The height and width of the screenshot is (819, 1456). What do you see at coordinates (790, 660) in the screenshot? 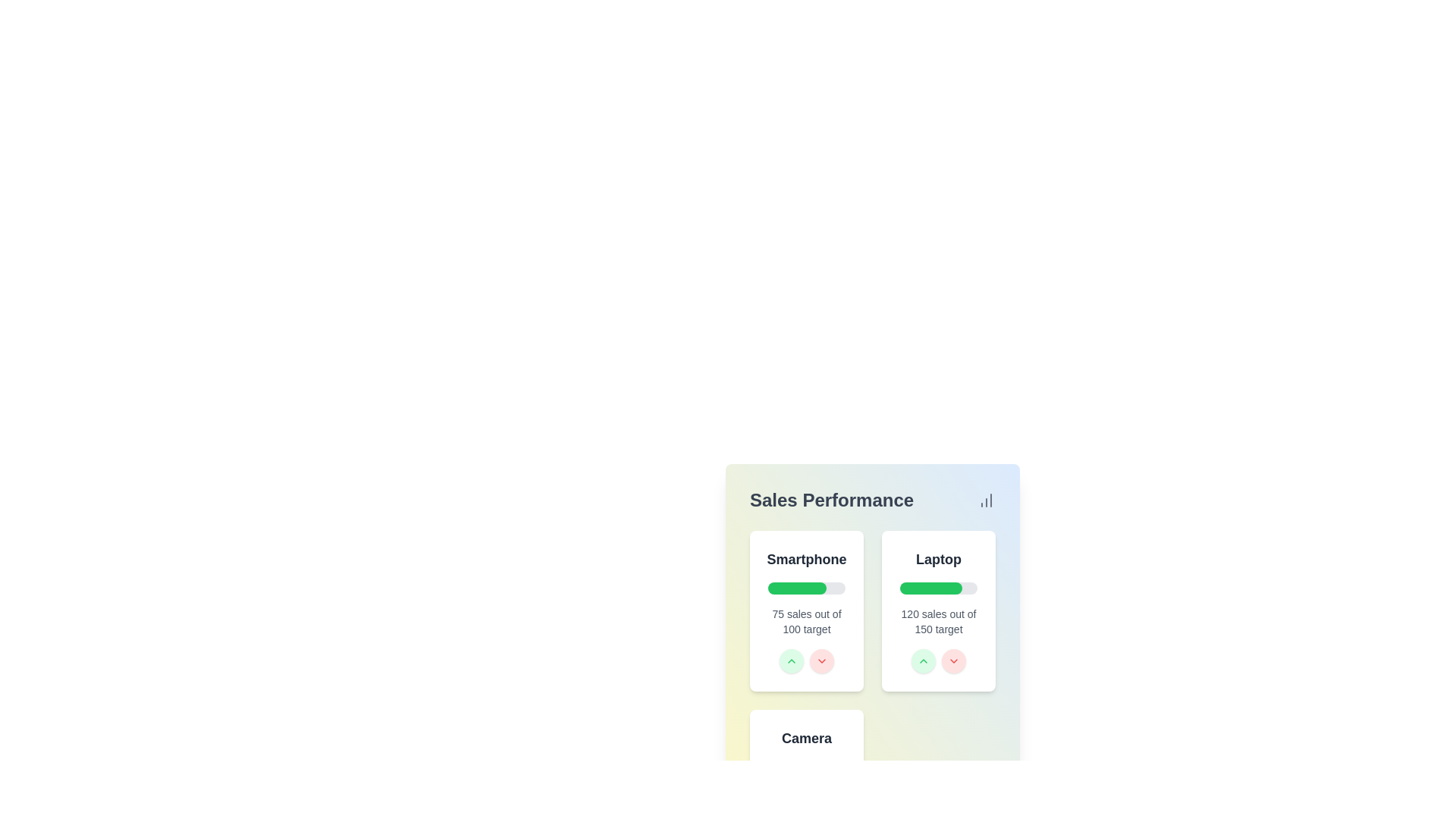
I see `the first button in the horizontally aligned pair on the 'Sales Performance' card interface` at bounding box center [790, 660].